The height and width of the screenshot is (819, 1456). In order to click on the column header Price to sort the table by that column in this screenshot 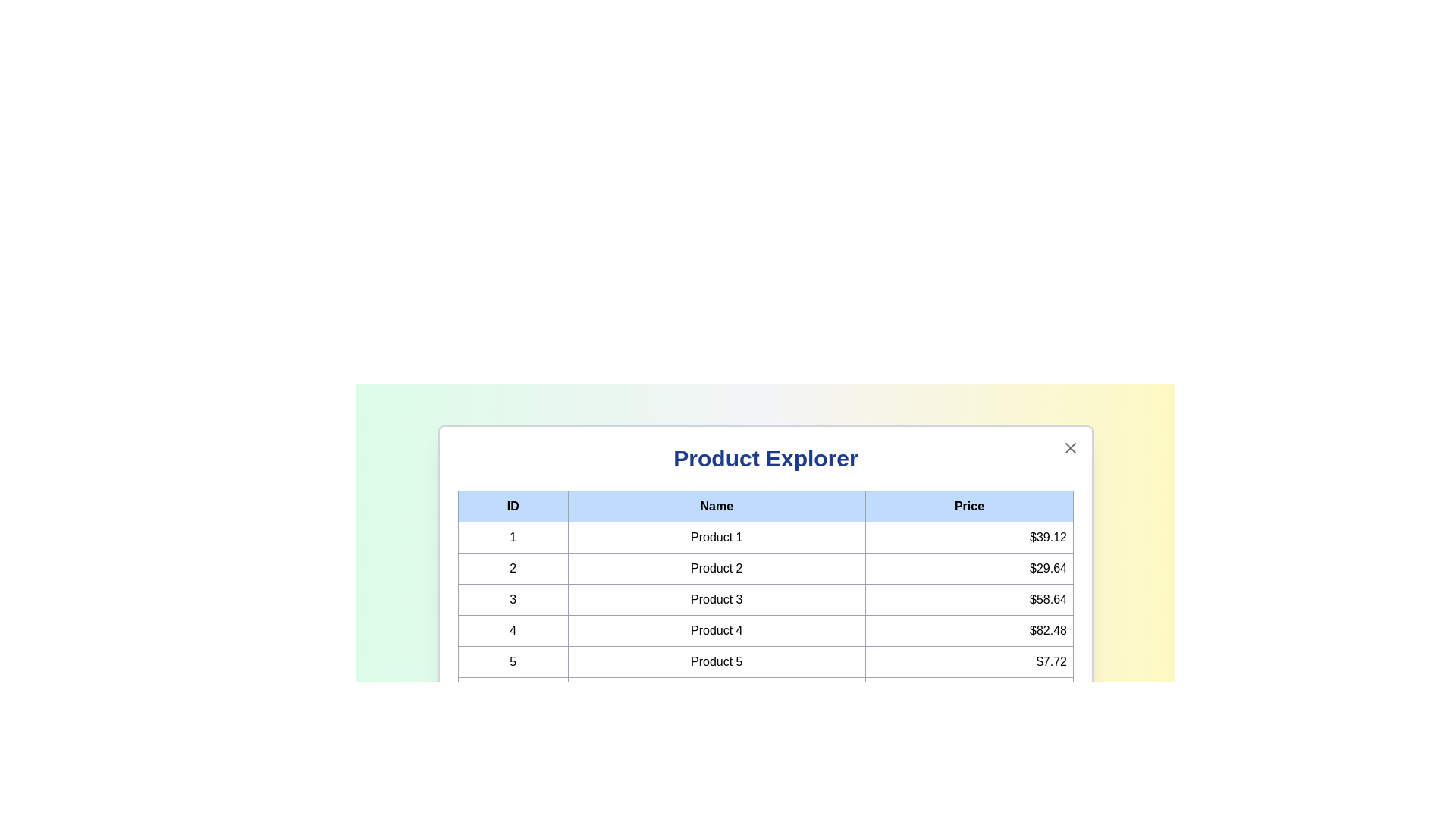, I will do `click(968, 506)`.